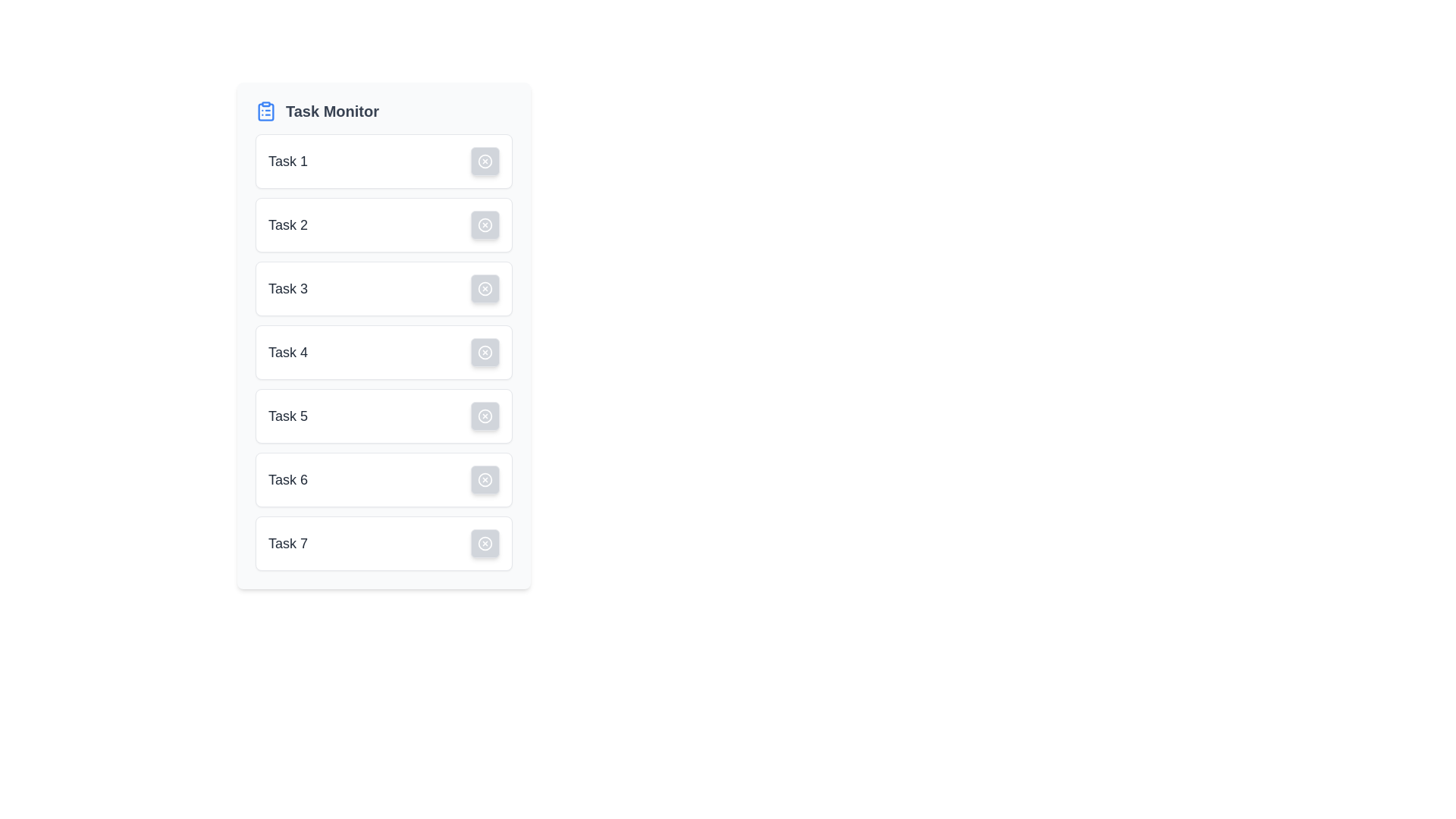  I want to click on the small, rounded button with a gray background and a white 'X' icon located to the far-right of the 'Task 6' label in the sixth row of the vertical list, so click(484, 479).